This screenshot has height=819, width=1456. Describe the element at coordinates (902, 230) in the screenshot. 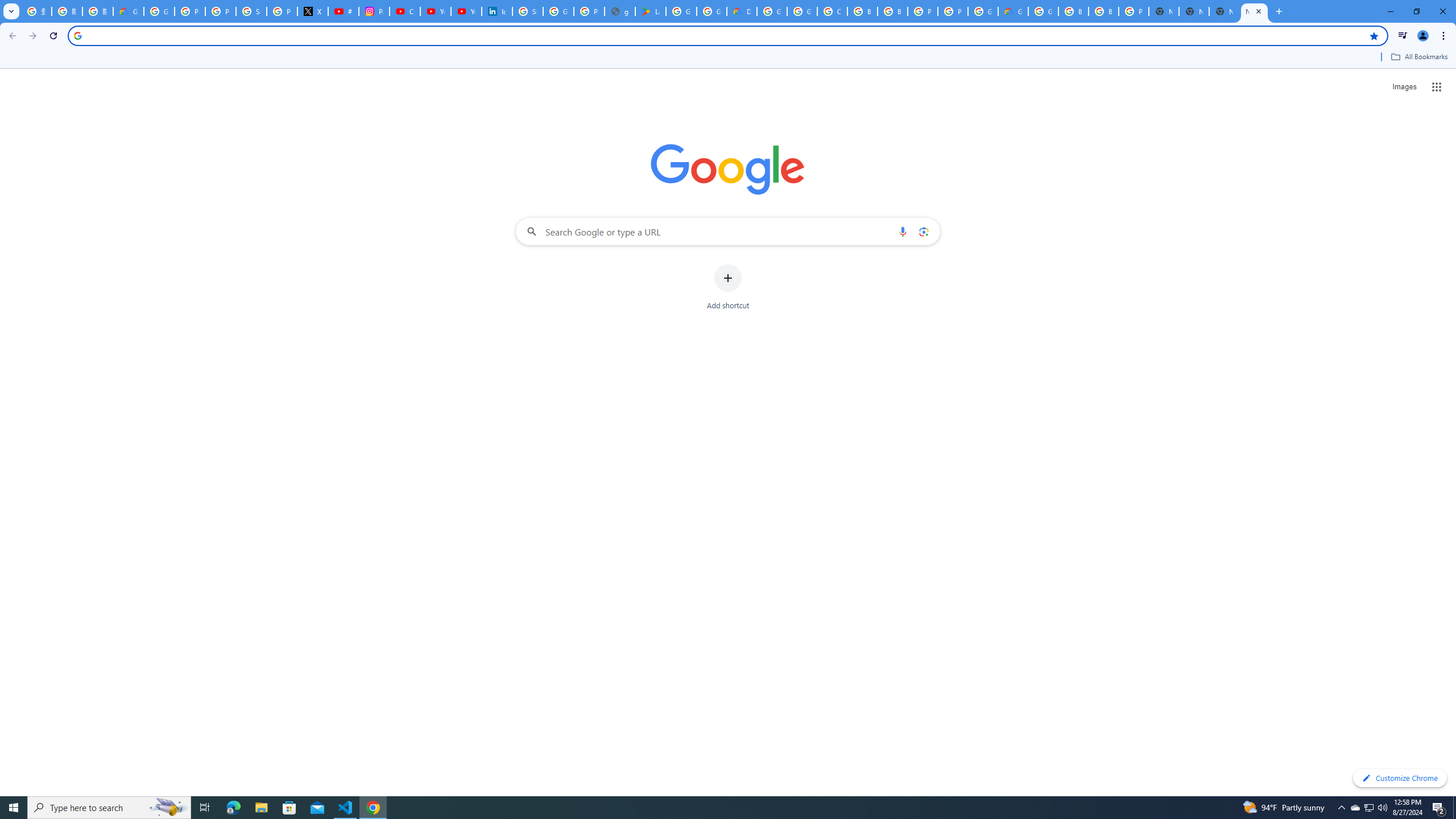

I see `'Search by voice'` at that location.